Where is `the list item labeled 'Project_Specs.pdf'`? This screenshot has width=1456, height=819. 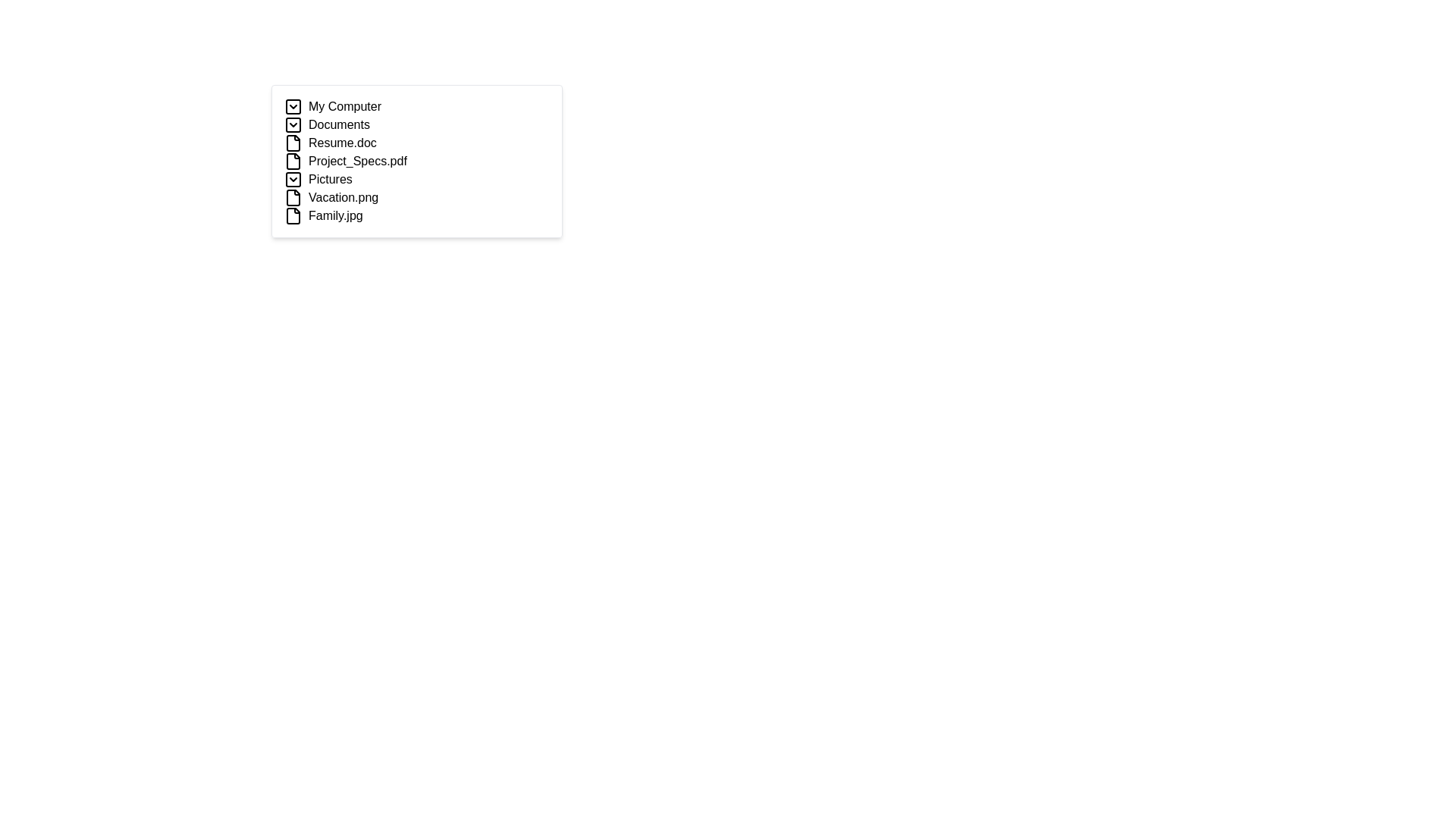 the list item labeled 'Project_Specs.pdf' is located at coordinates (417, 161).